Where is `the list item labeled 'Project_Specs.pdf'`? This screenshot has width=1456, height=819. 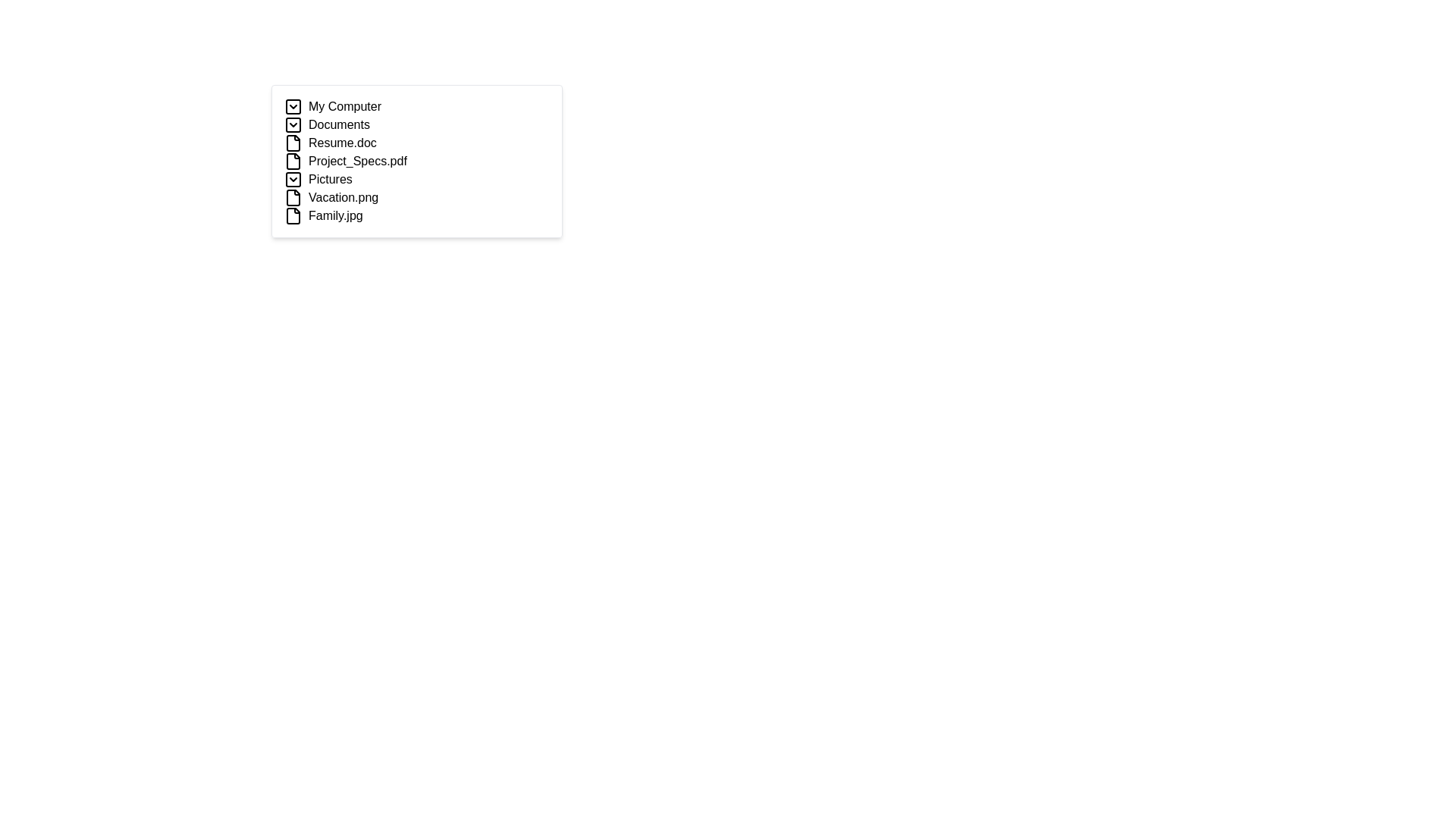 the list item labeled 'Project_Specs.pdf' is located at coordinates (417, 161).